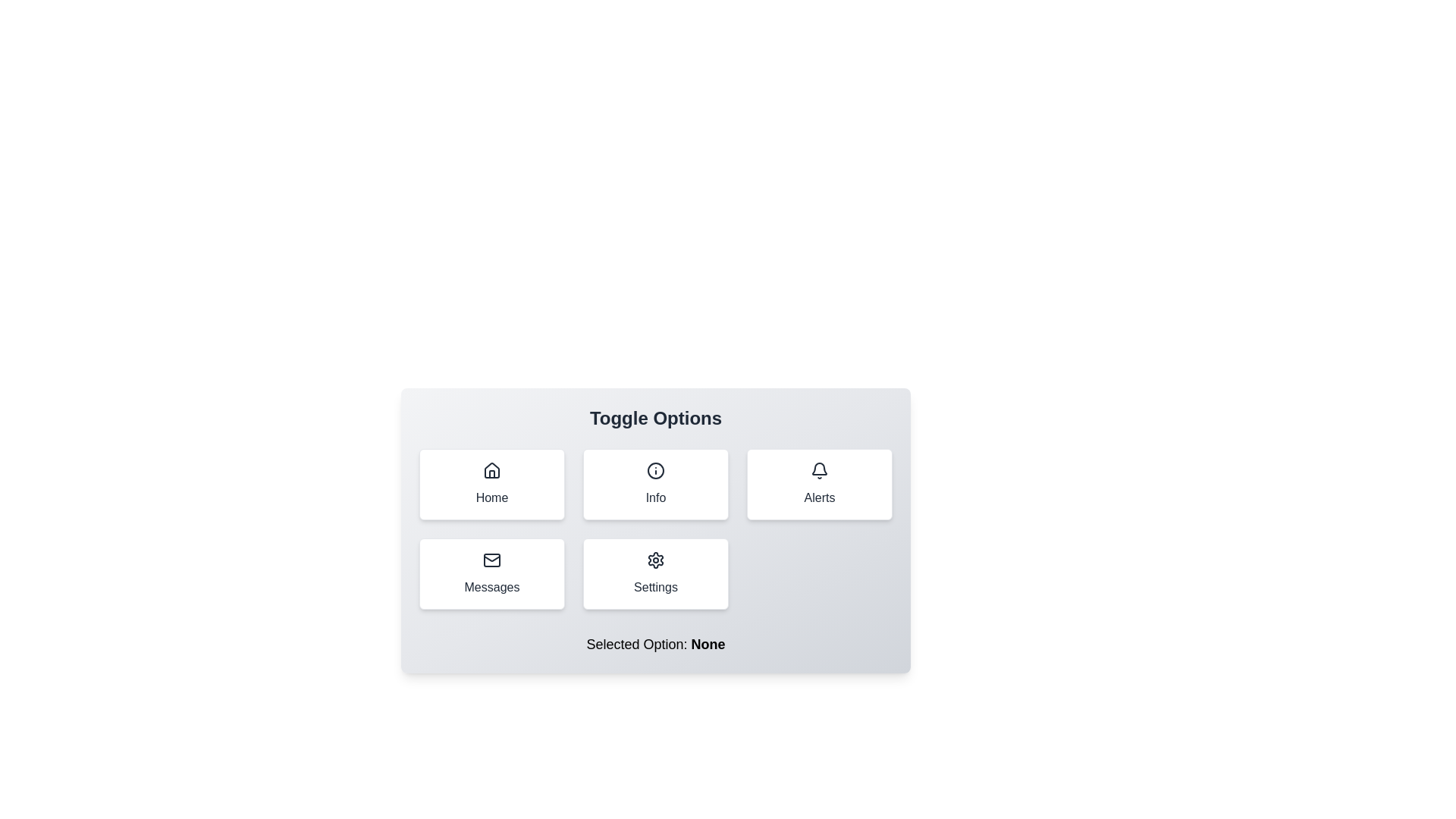  Describe the element at coordinates (491, 573) in the screenshot. I see `the button with an envelope icon labeled 'Messages' located in the bottom left corner of the grid layout` at that location.